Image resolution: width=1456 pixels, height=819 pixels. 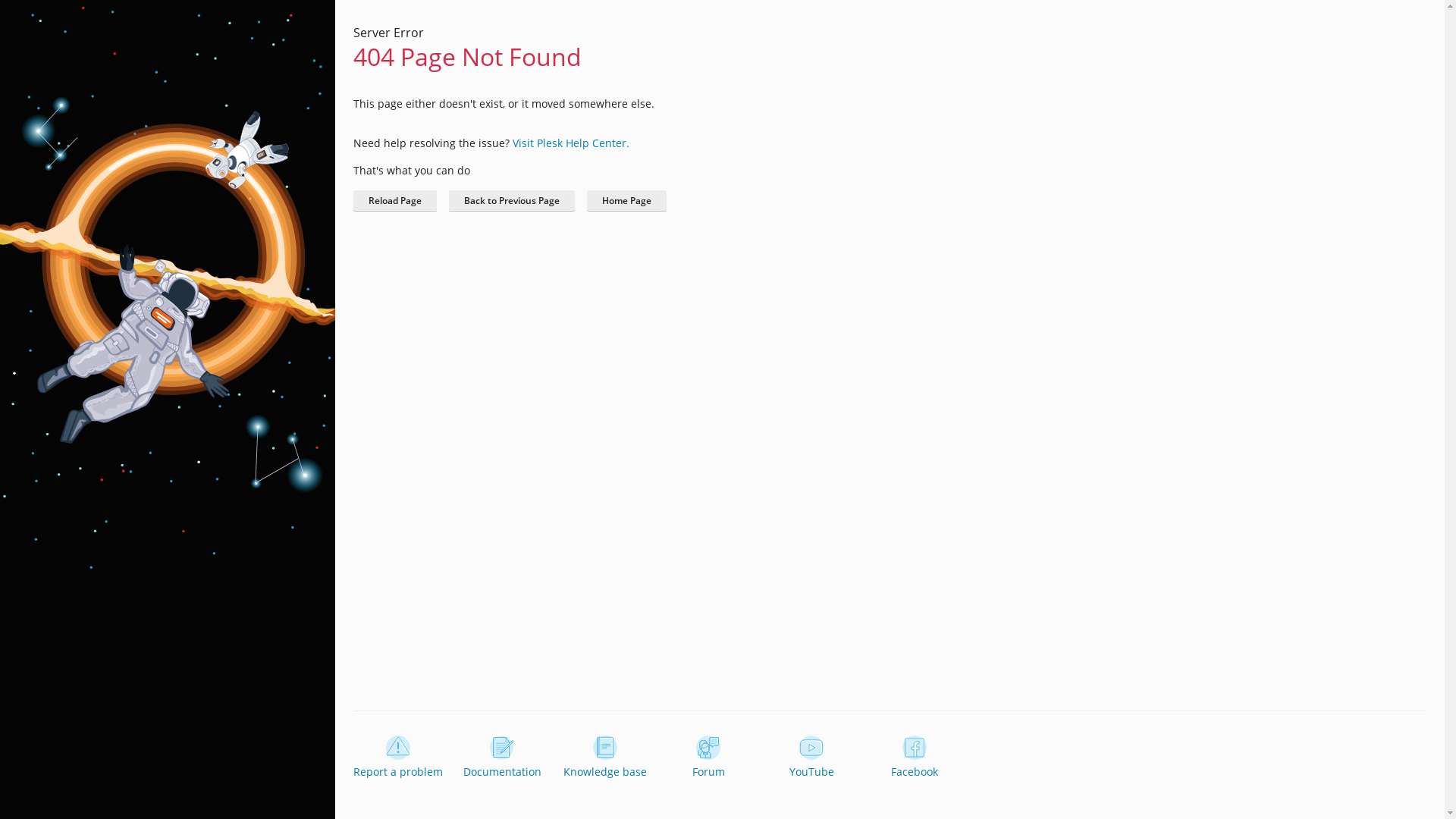 What do you see at coordinates (457, 758) in the screenshot?
I see `'Documentation'` at bounding box center [457, 758].